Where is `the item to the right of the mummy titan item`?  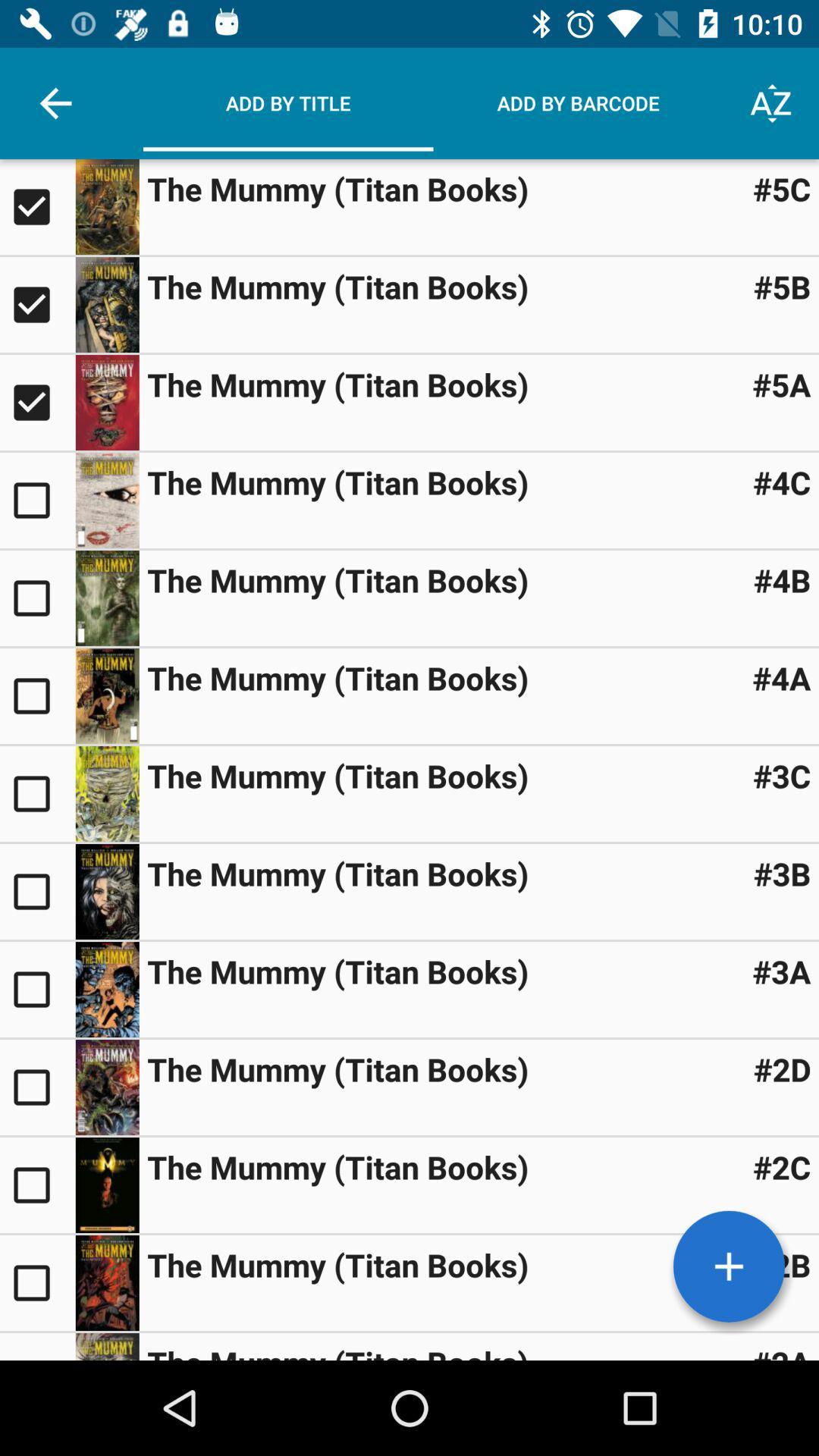
the item to the right of the mummy titan item is located at coordinates (782, 775).